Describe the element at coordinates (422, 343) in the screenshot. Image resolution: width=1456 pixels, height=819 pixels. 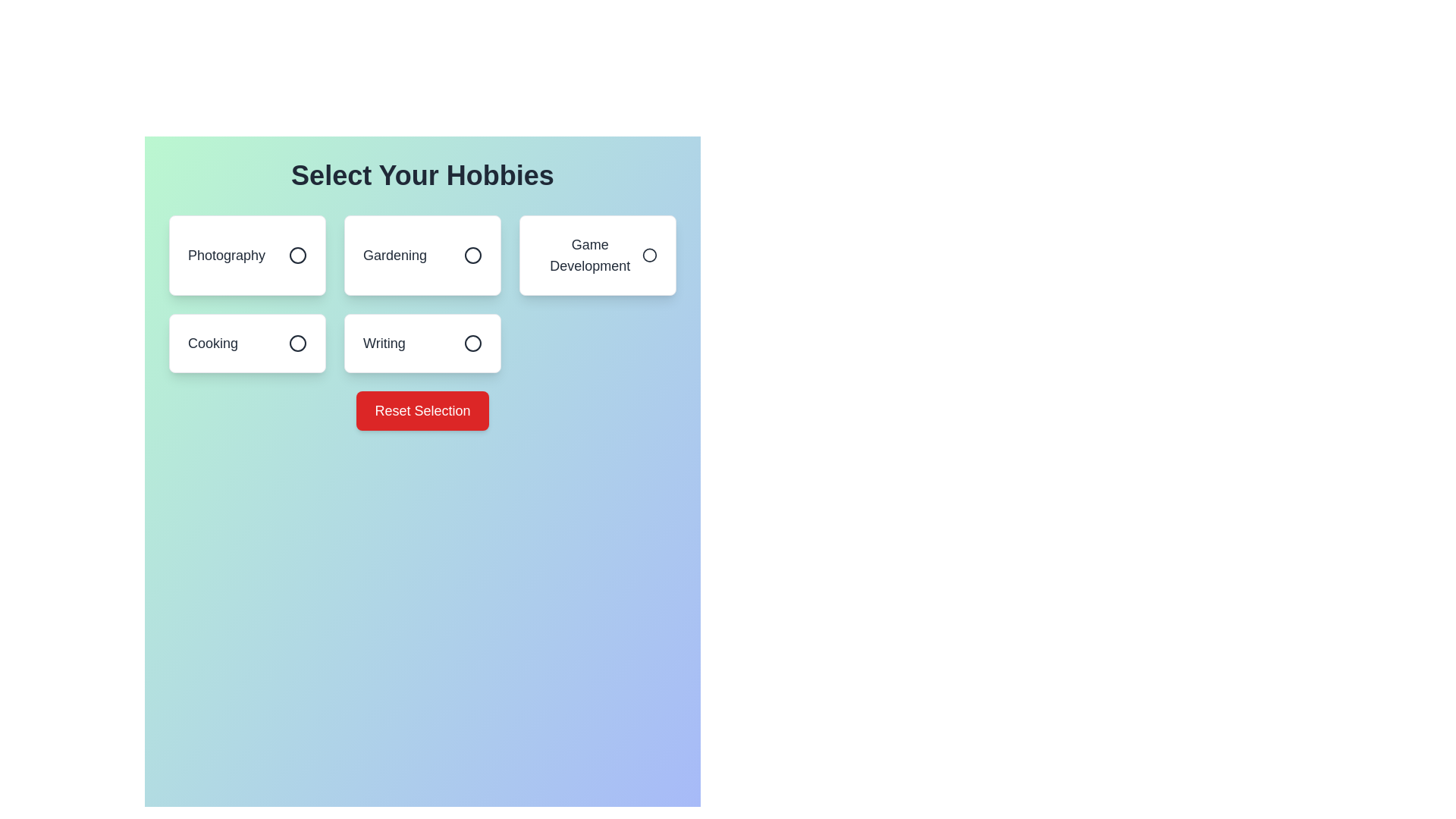
I see `the hobby item Writing` at that location.